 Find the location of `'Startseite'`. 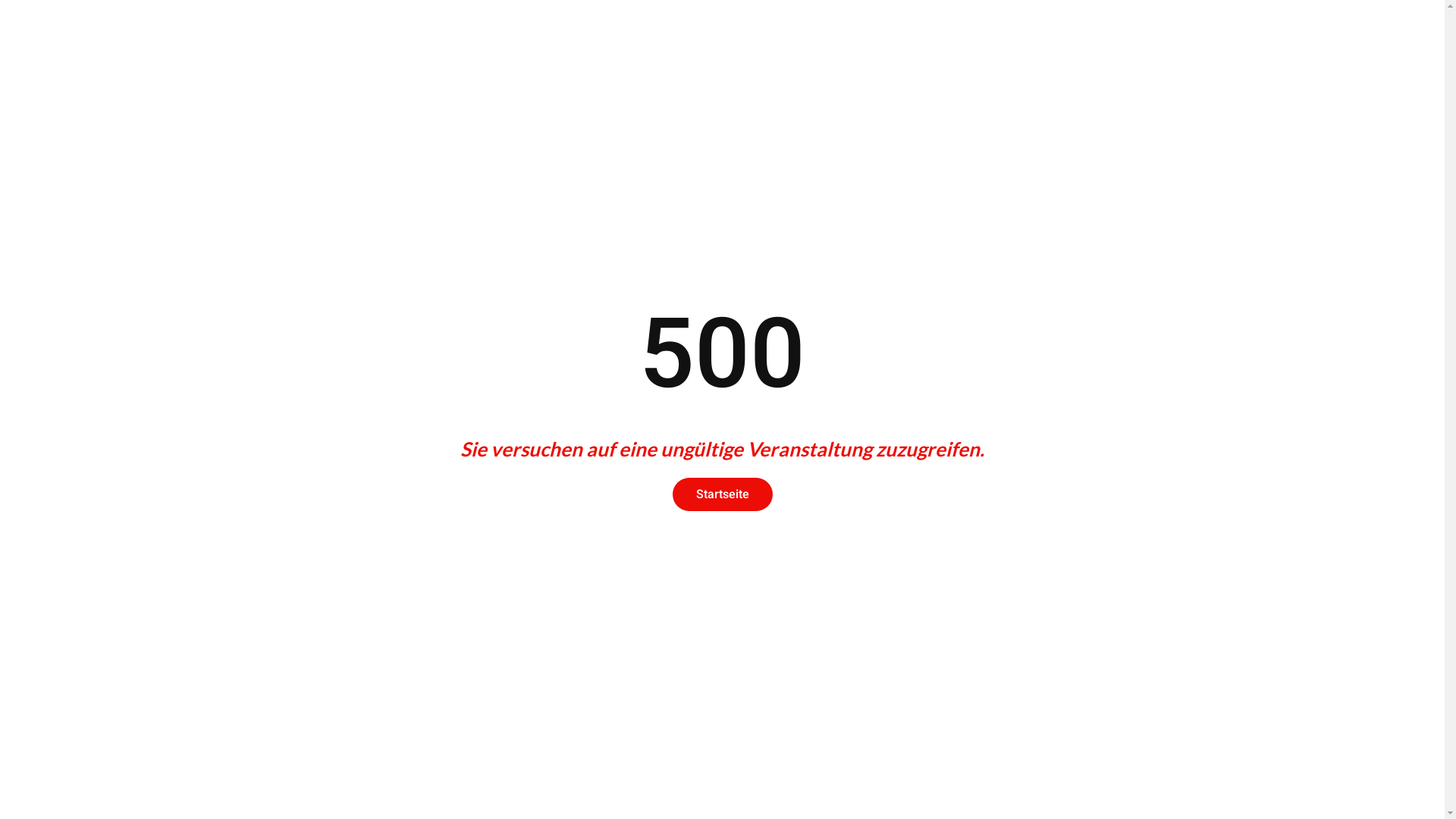

'Startseite' is located at coordinates (720, 494).